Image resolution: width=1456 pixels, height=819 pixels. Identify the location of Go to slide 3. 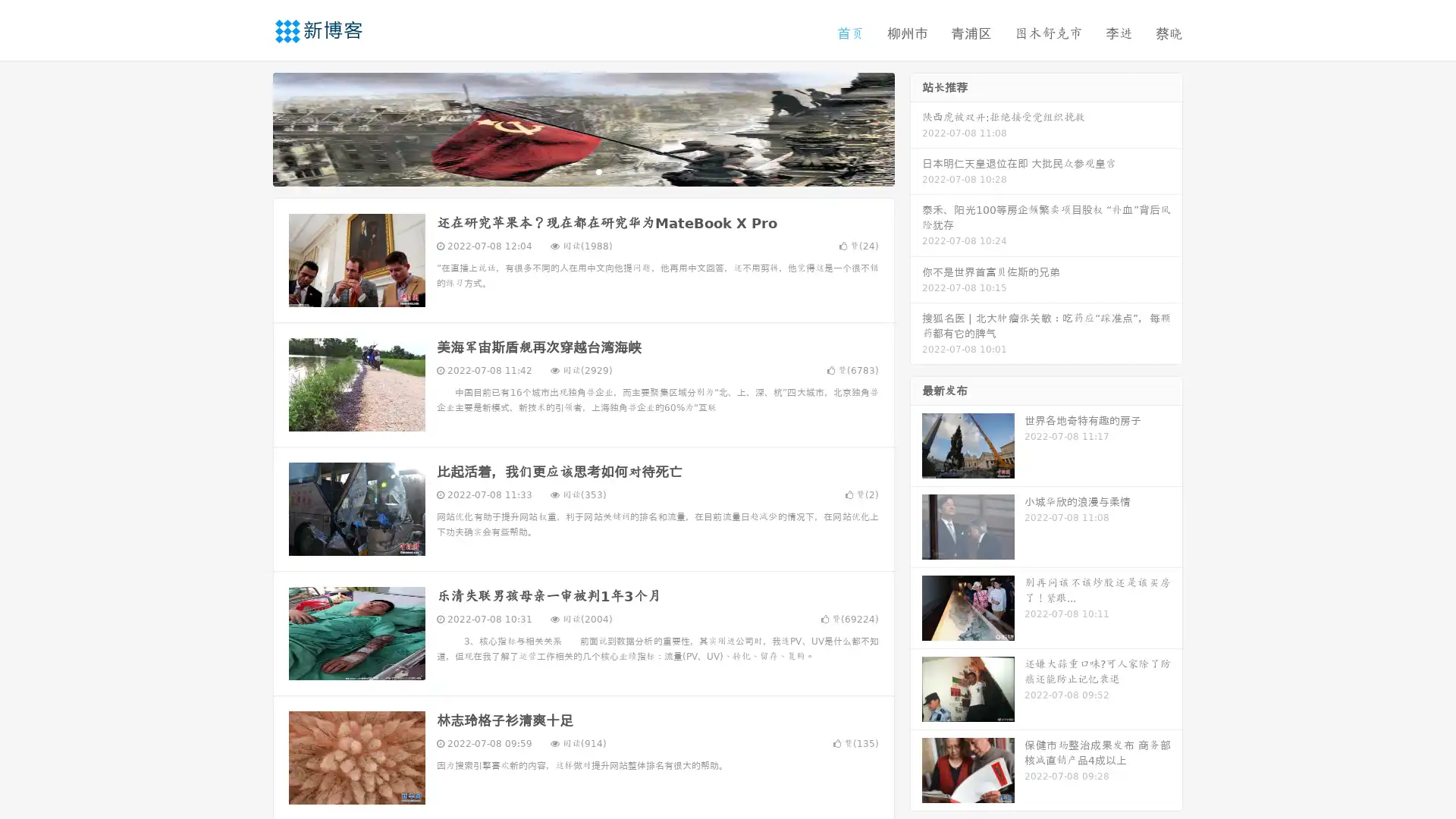
(598, 171).